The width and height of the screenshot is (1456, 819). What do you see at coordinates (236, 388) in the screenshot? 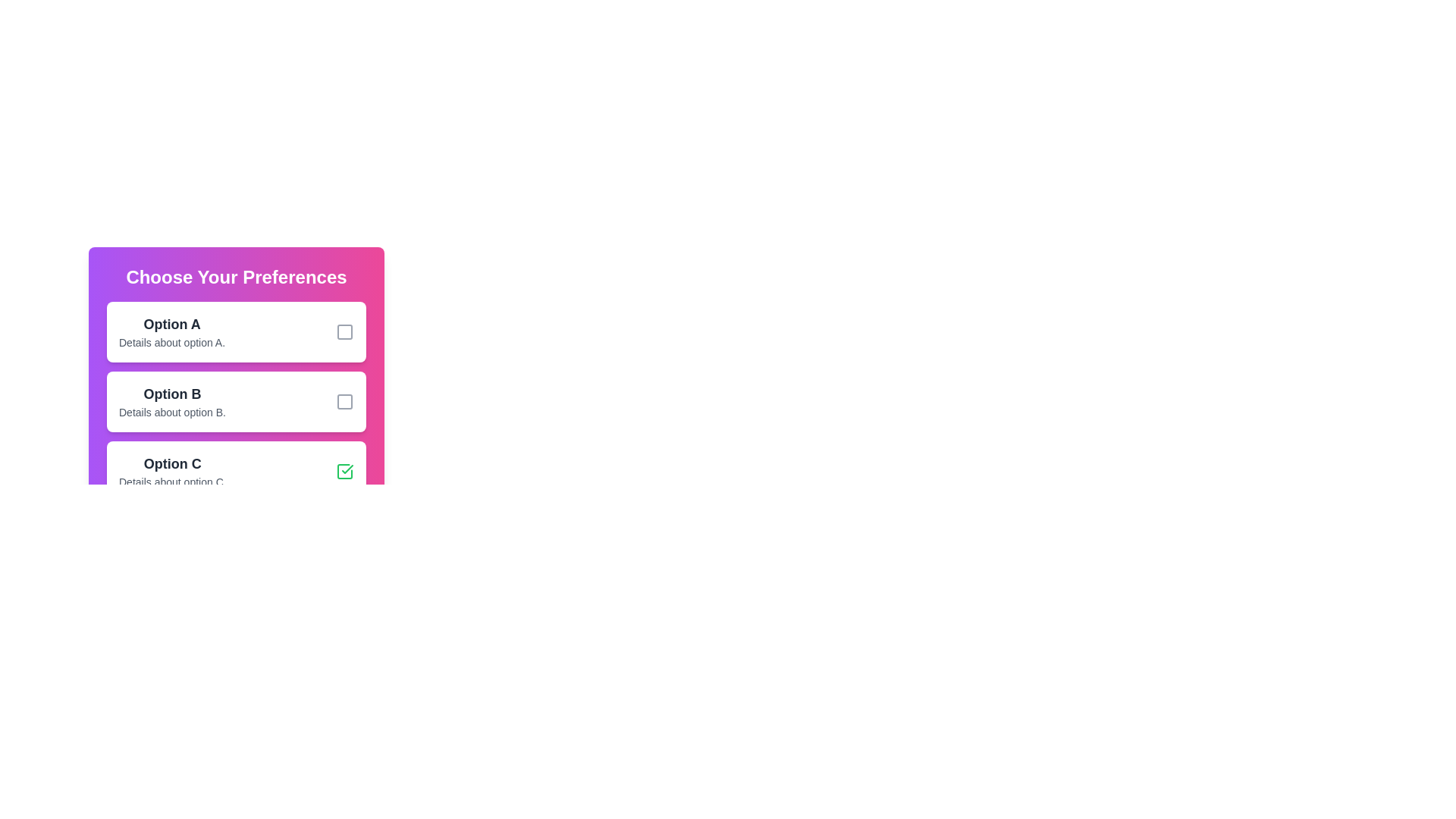
I see `the checkboxes in the preference selection panel titled 'Choose Your Preferences'` at bounding box center [236, 388].